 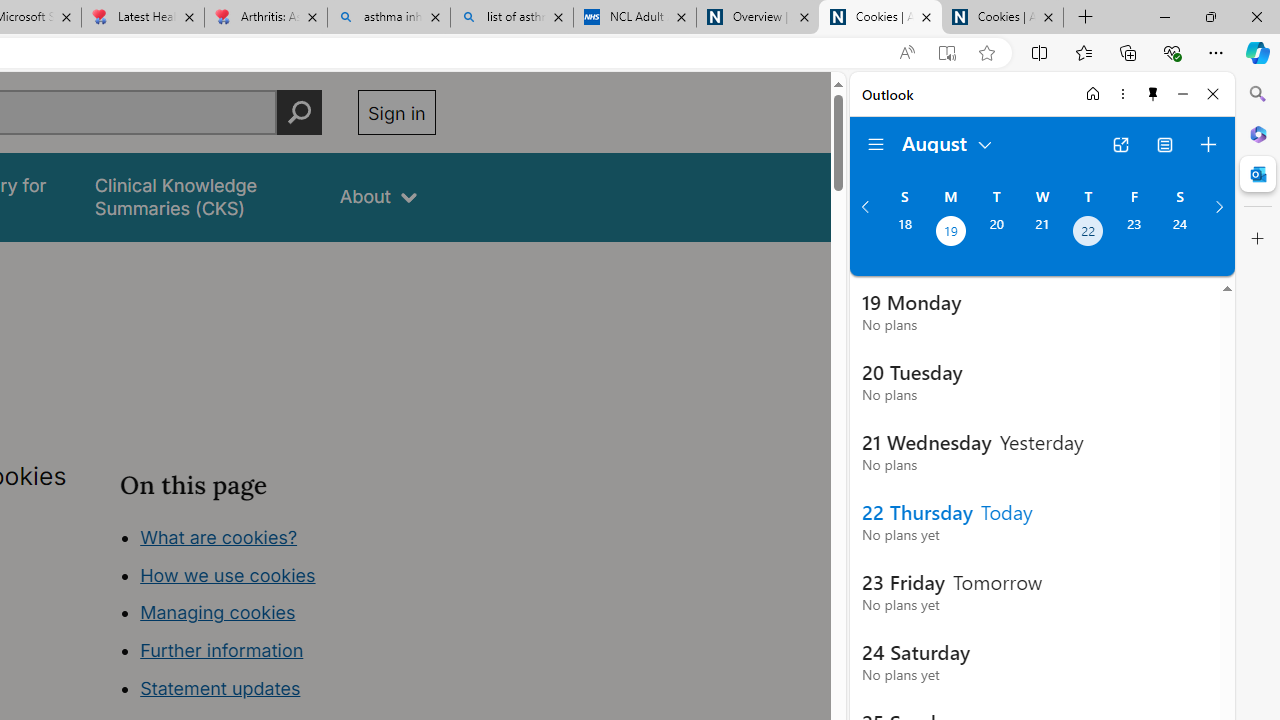 I want to click on 'Managing cookies', so click(x=217, y=612).